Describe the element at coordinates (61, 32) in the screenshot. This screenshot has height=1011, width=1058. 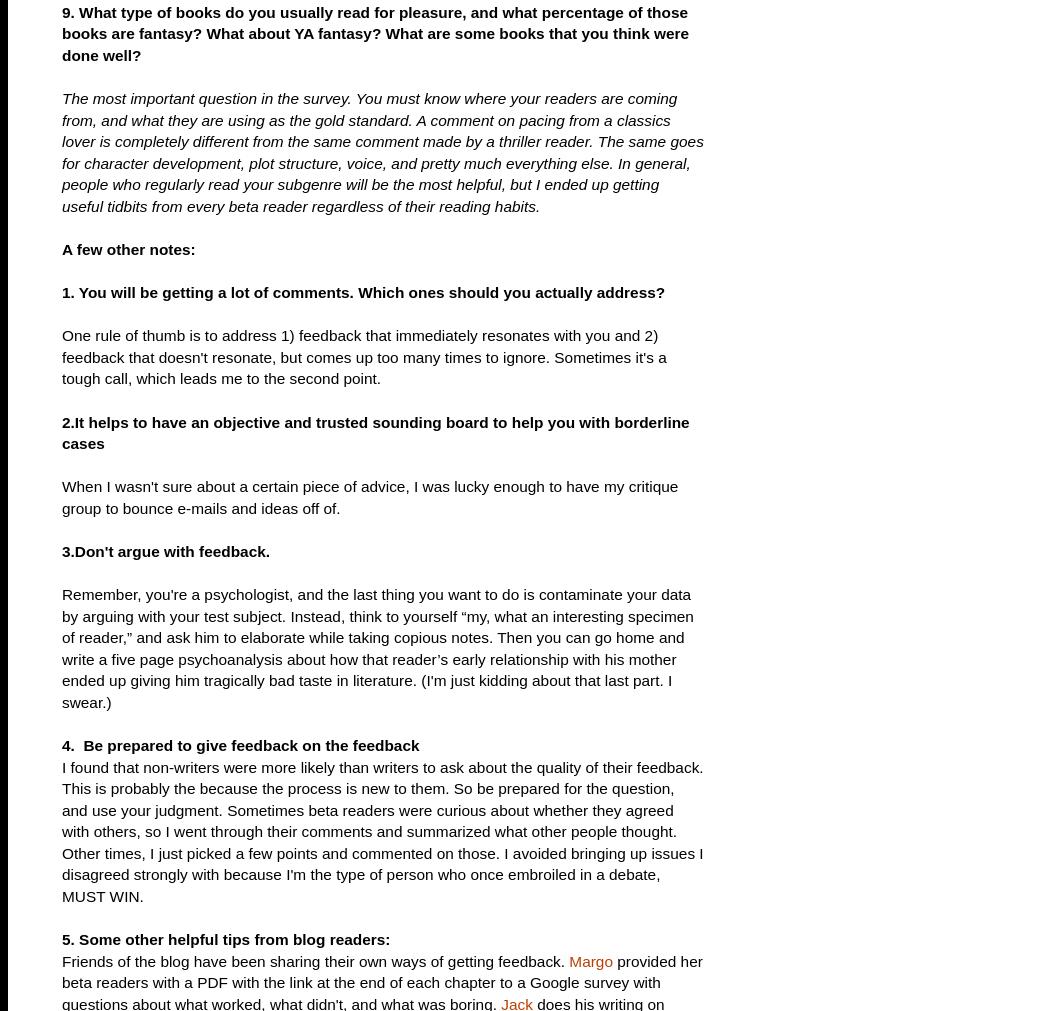
I see `'9.  What type of books do you usually read for pleasure, and what percentage of those books are fantasy?  What about YA fantasy? What are some books that you think were done well?'` at that location.